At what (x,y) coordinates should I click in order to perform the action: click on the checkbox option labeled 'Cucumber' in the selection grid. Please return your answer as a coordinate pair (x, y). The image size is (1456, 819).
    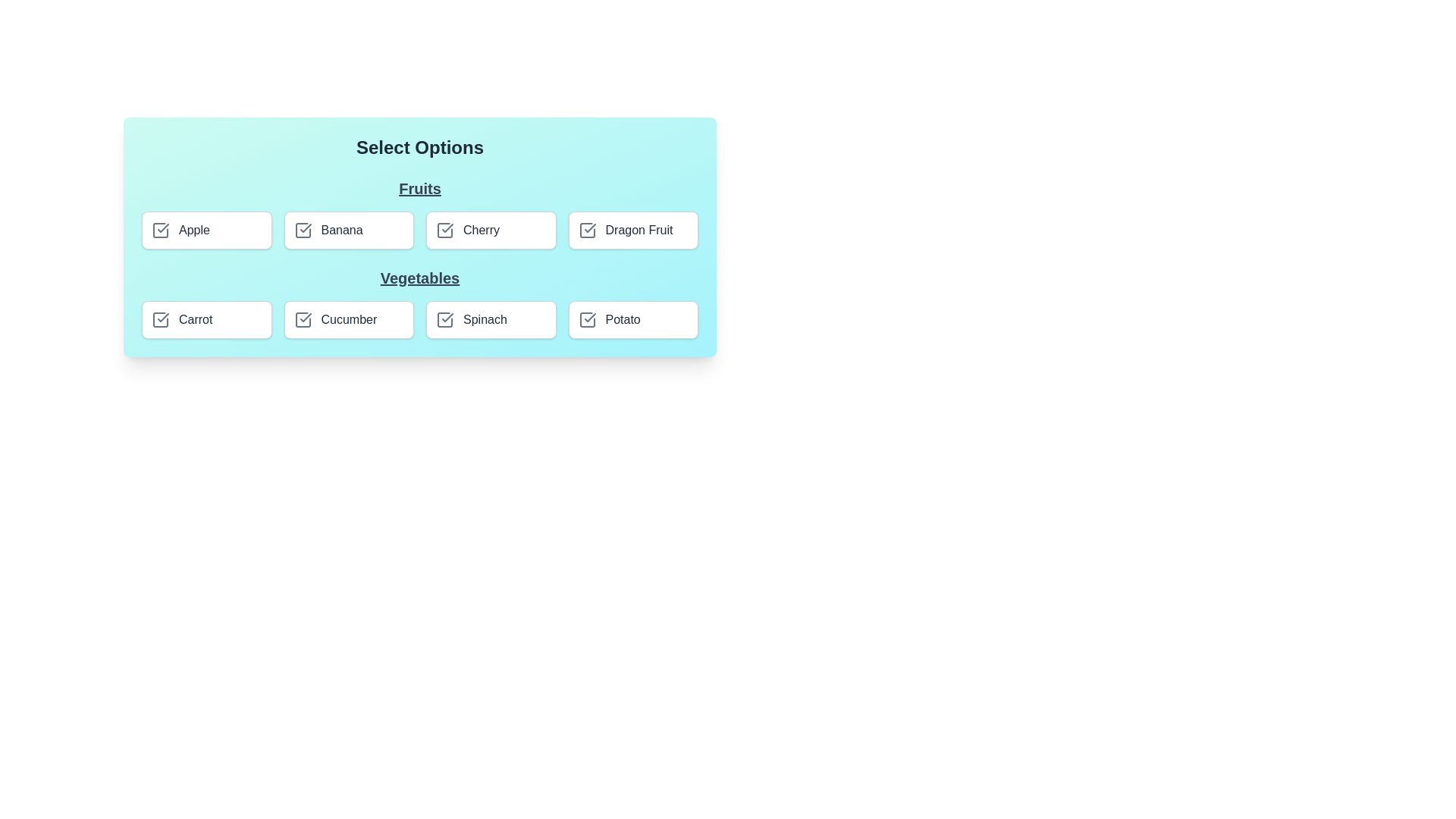
    Looking at the image, I should click on (348, 318).